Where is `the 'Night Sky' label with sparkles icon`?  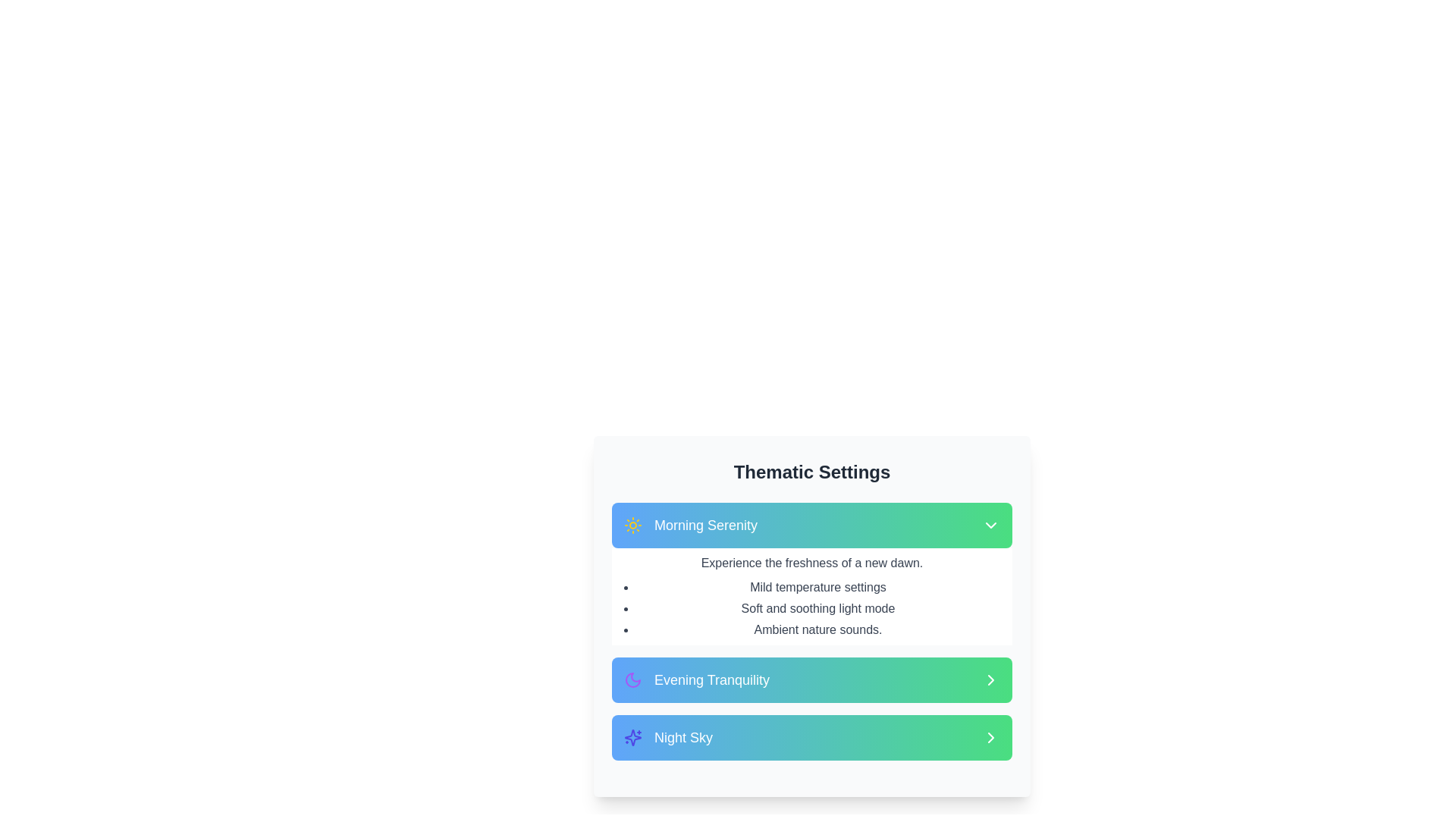
the 'Night Sky' label with sparkles icon is located at coordinates (667, 736).